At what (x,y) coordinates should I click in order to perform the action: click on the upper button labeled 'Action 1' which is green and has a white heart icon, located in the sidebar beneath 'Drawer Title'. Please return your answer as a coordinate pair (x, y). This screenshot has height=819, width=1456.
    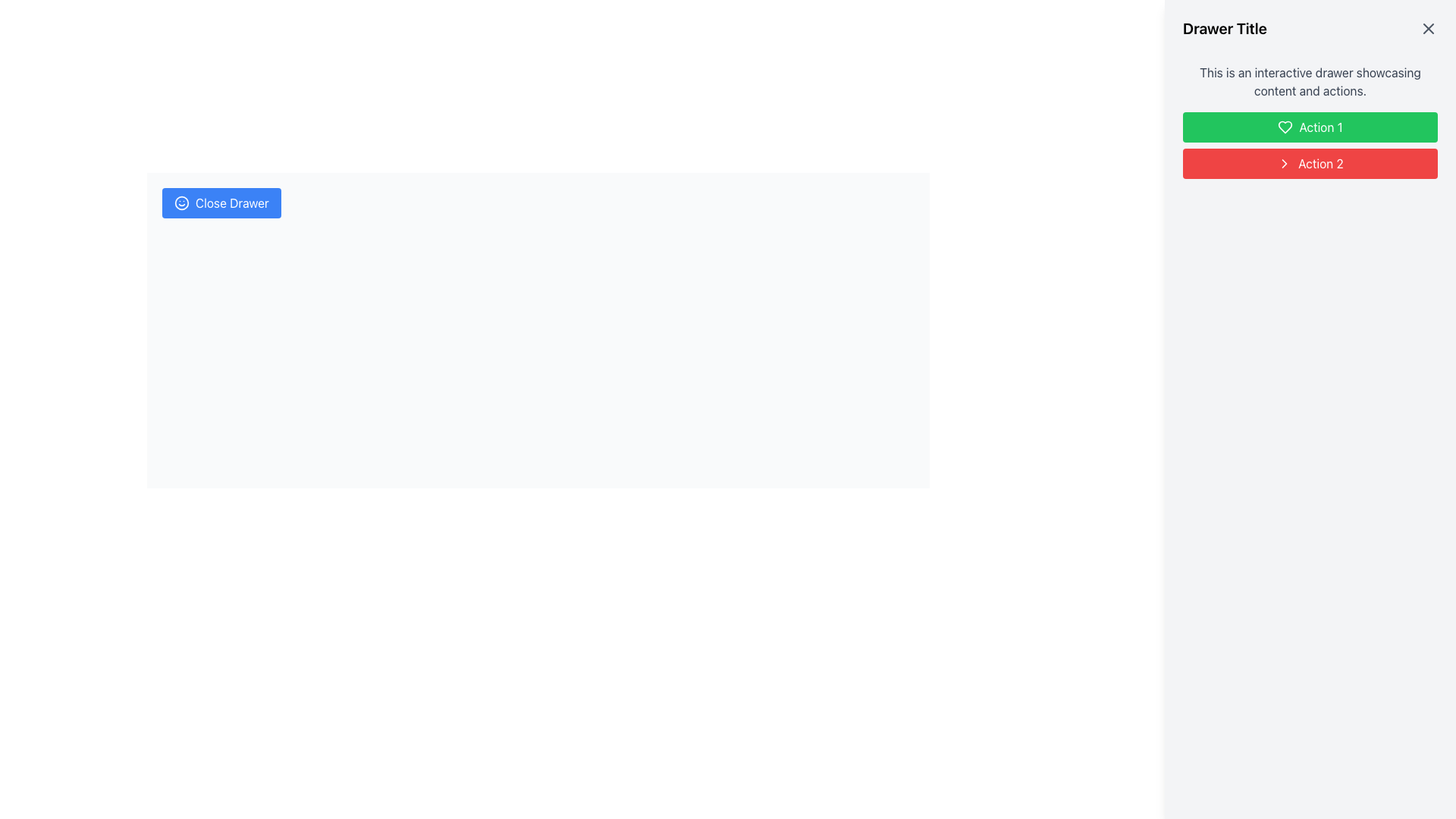
    Looking at the image, I should click on (1310, 146).